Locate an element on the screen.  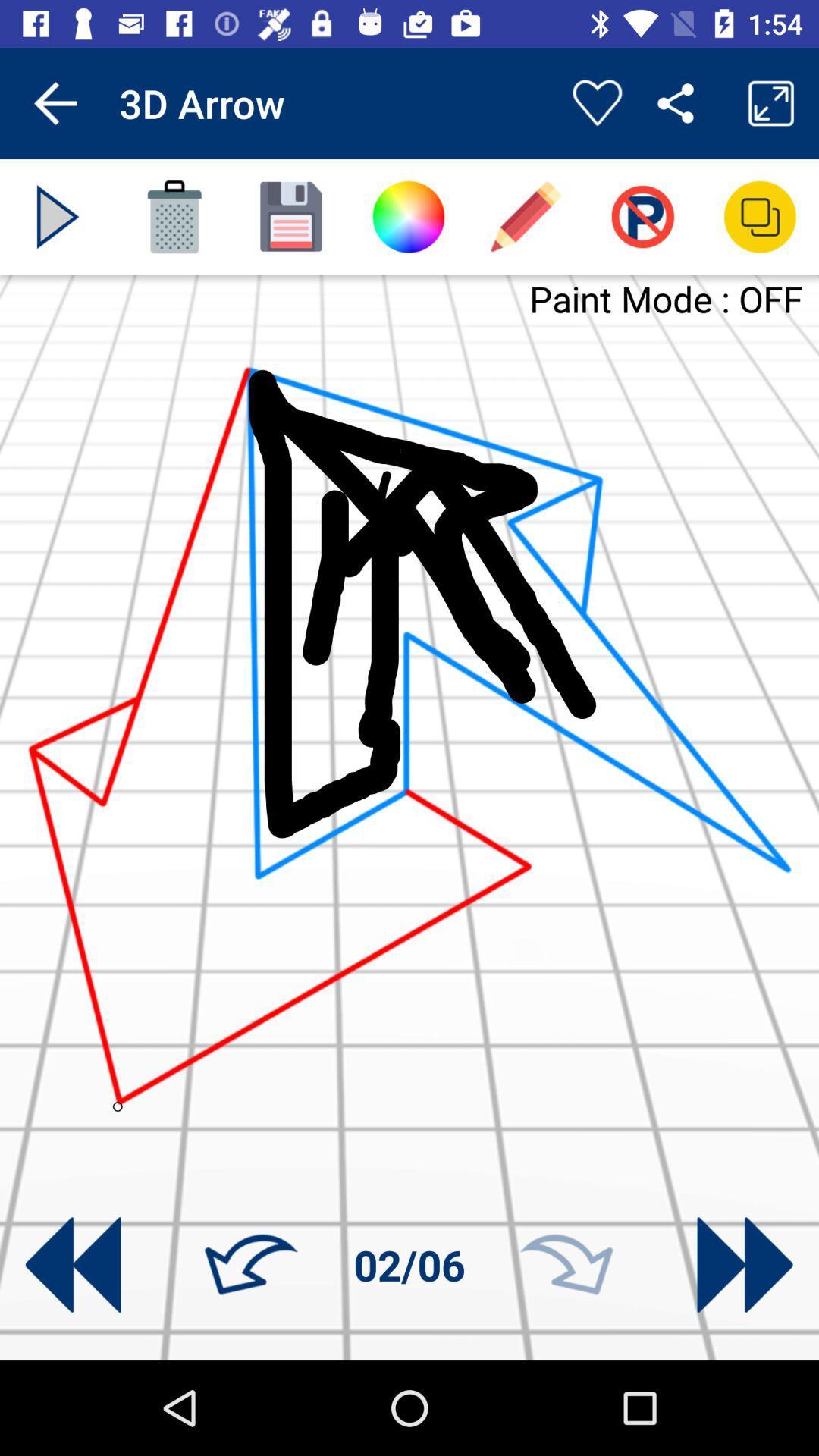
a color is located at coordinates (407, 216).